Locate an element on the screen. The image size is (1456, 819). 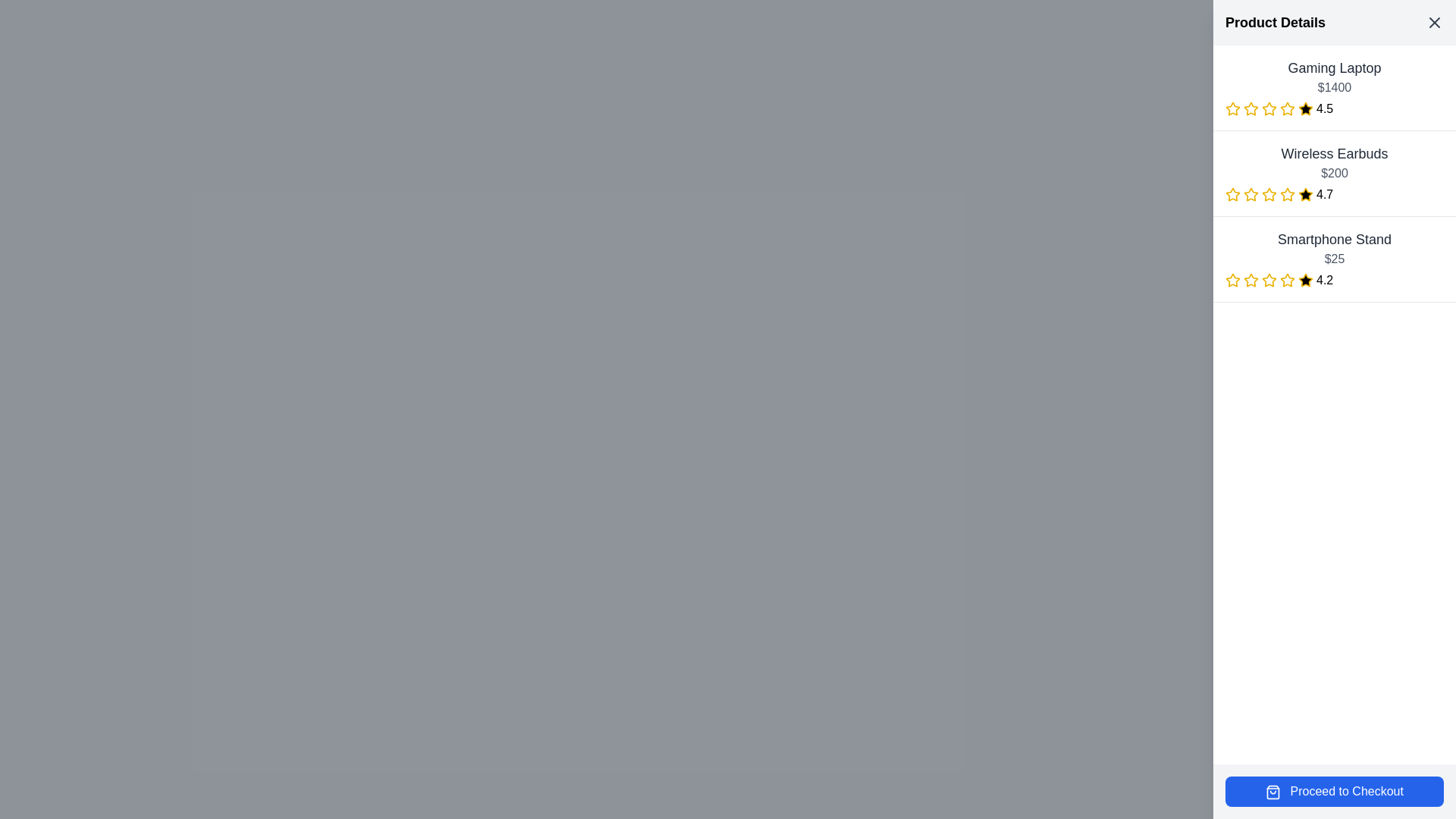
the third star icon in the rating system for the 'Wireless Earbuds' product is located at coordinates (1269, 193).